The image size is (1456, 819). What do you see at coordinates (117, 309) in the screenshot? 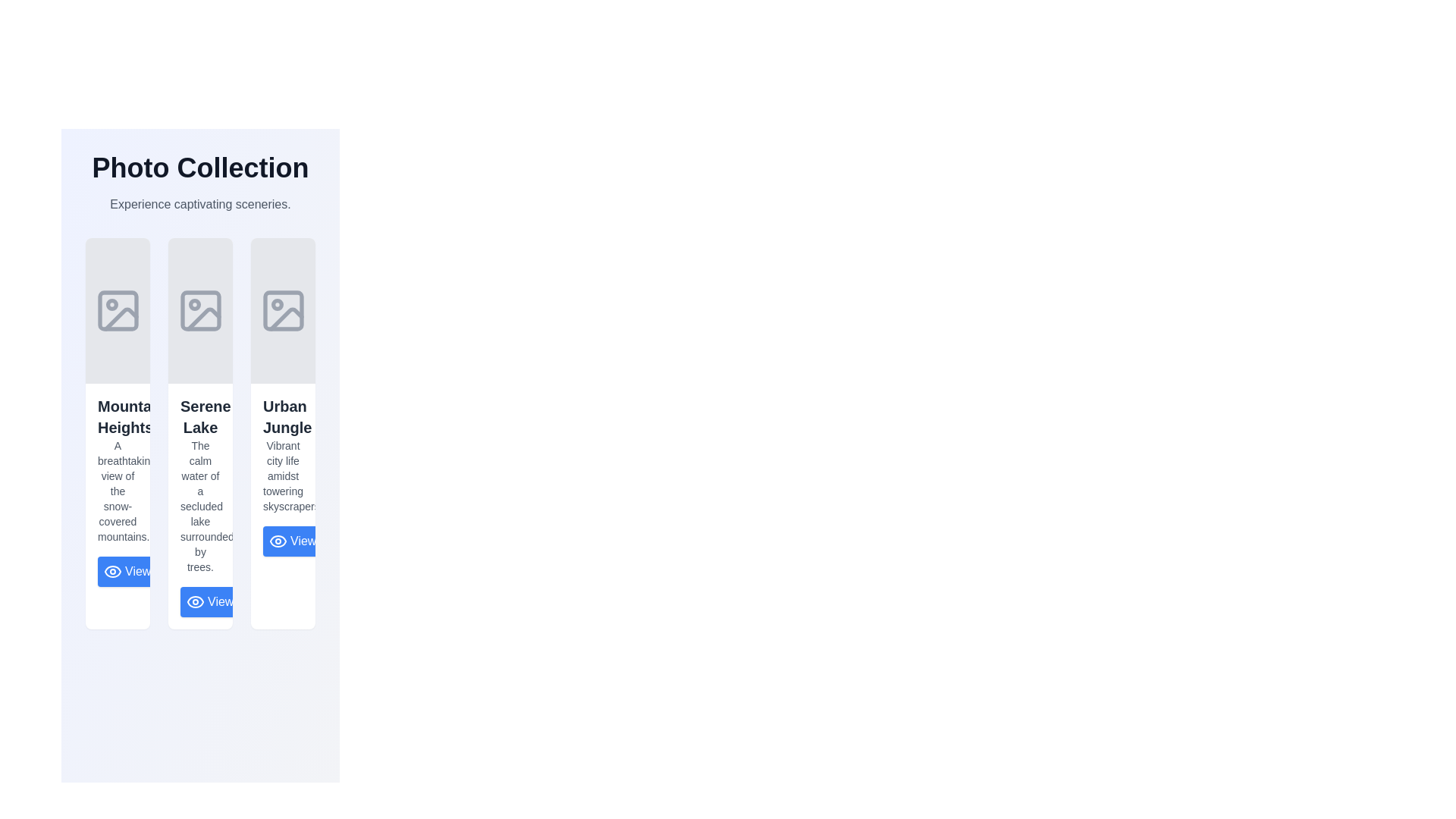
I see `the Decorative SVG rectangle at the top-left corner of the 'Mountain Heights' card, which serves as a decorative placeholder for an image icon` at bounding box center [117, 309].